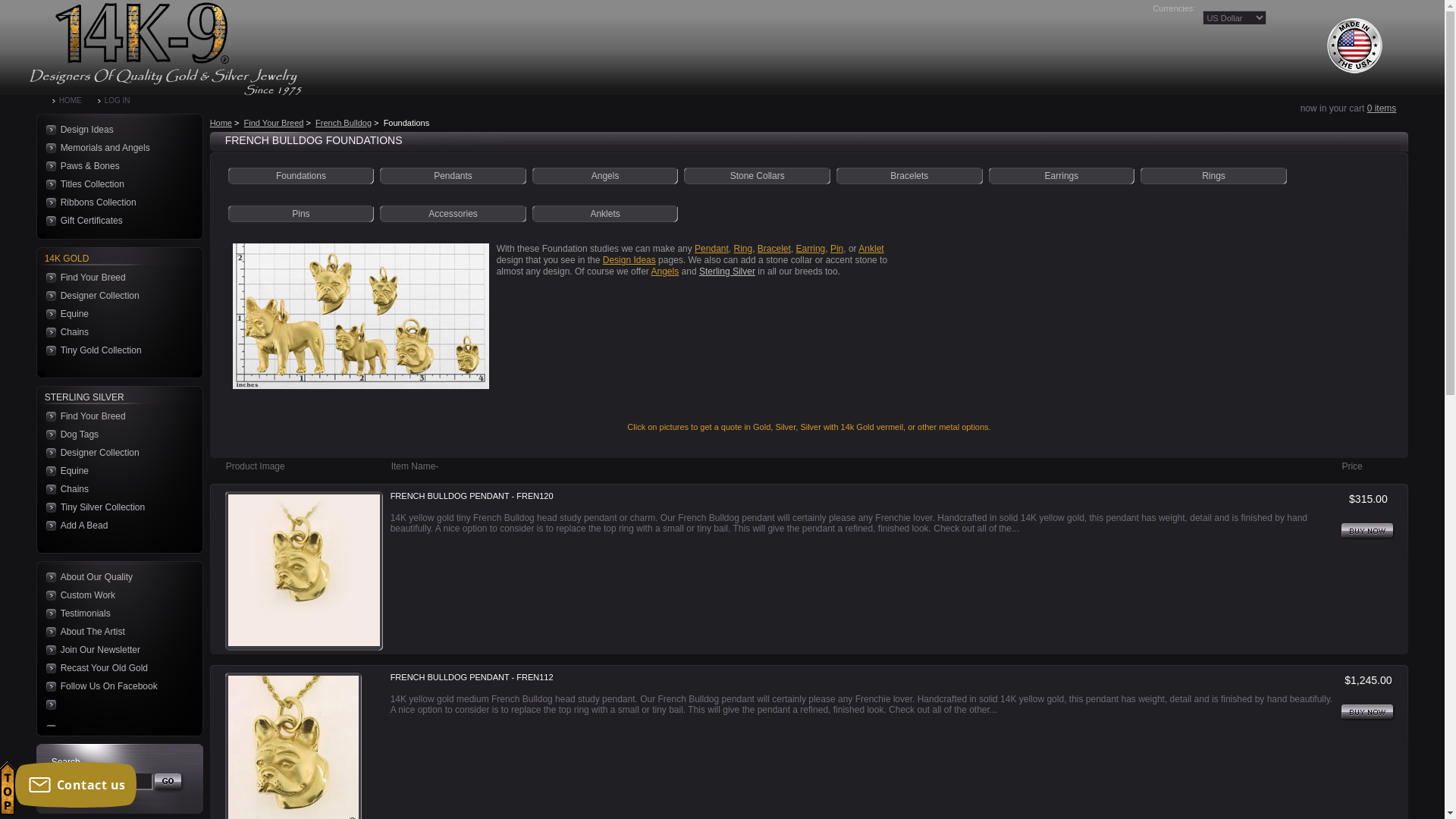  I want to click on 'Item Name-', so click(415, 465).